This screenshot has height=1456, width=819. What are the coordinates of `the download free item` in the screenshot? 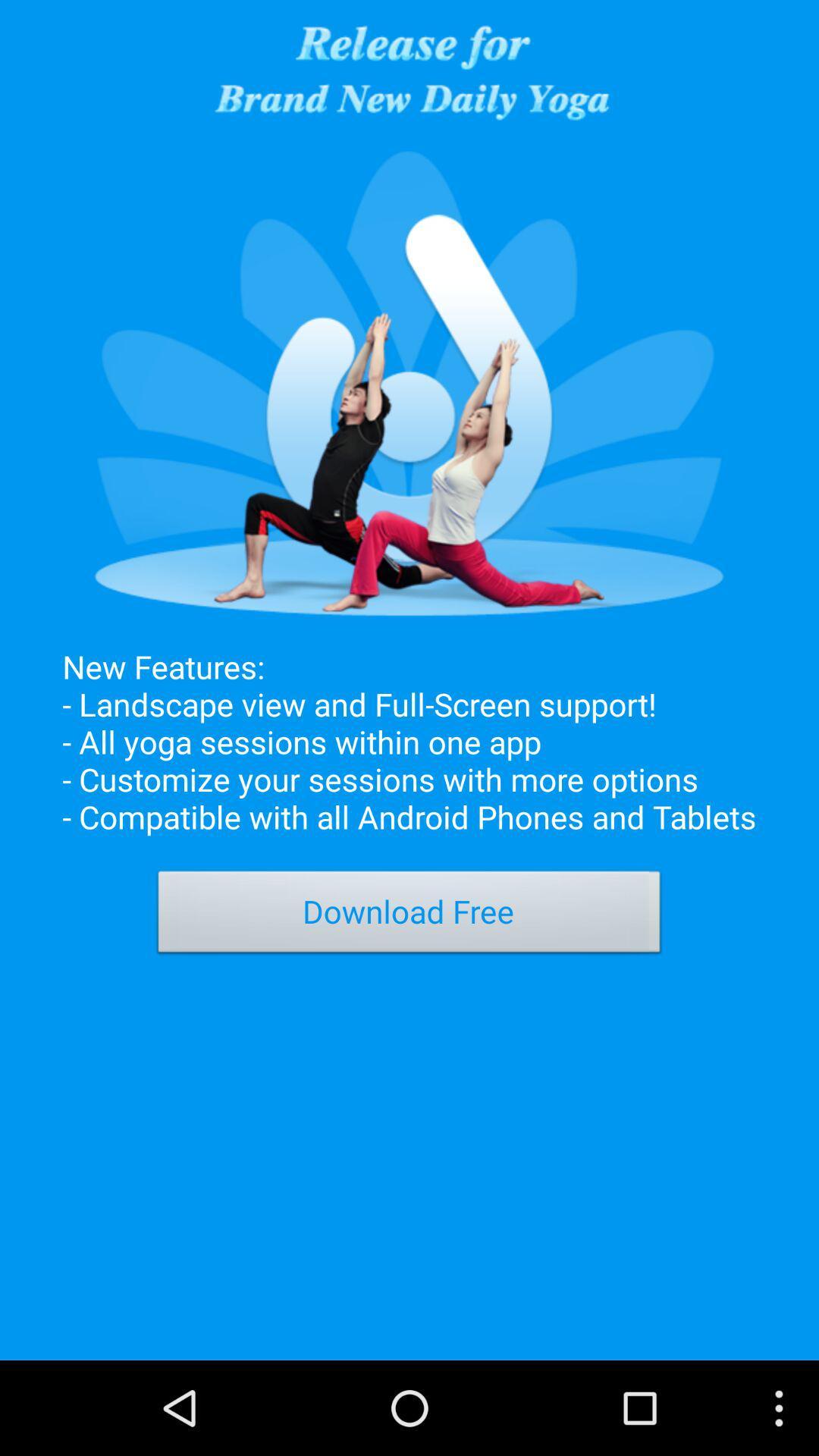 It's located at (409, 915).